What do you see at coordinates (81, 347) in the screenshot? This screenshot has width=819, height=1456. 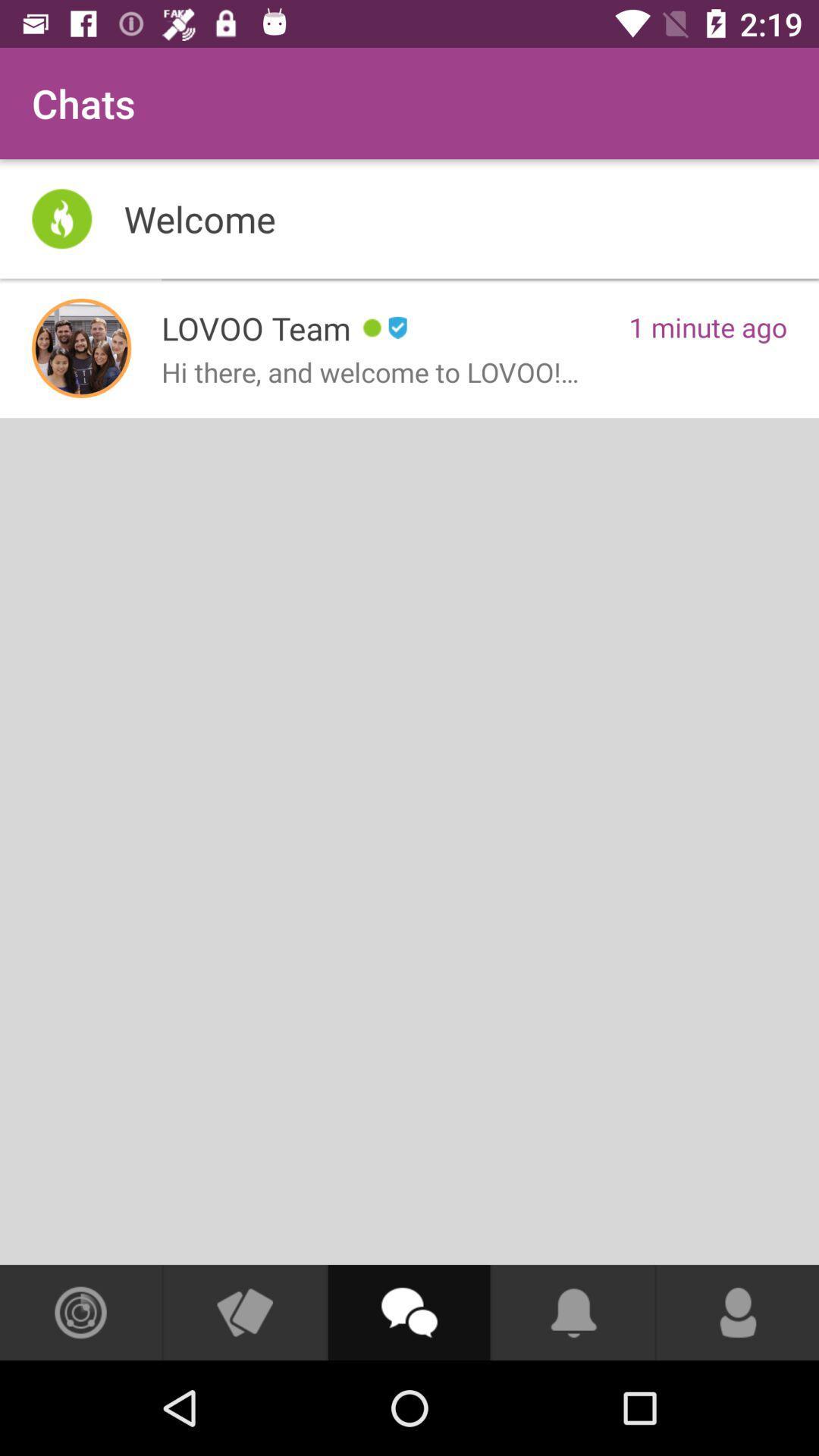 I see `item next to the lovoo team` at bounding box center [81, 347].